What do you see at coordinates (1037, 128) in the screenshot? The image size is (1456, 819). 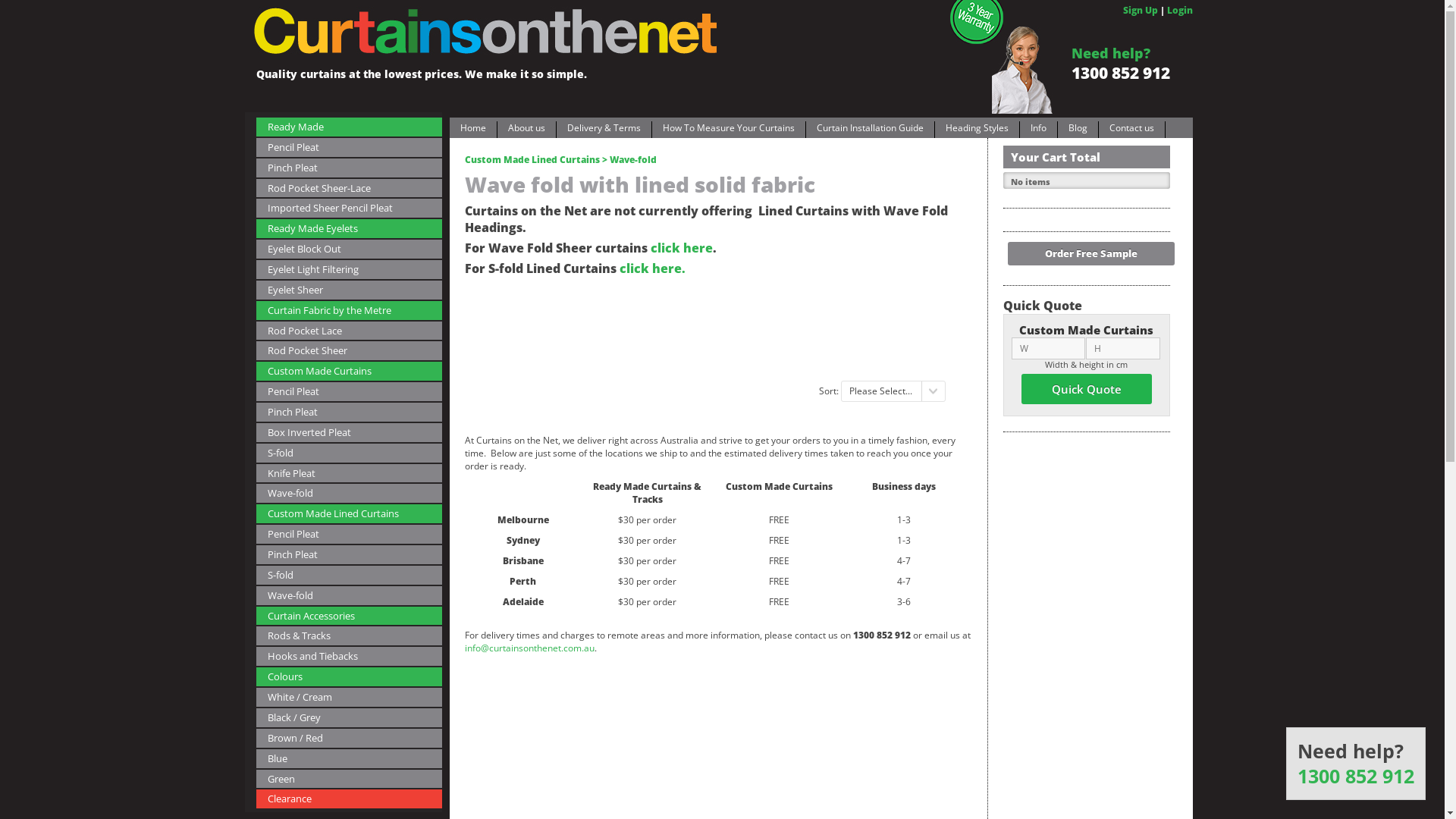 I see `'Info'` at bounding box center [1037, 128].